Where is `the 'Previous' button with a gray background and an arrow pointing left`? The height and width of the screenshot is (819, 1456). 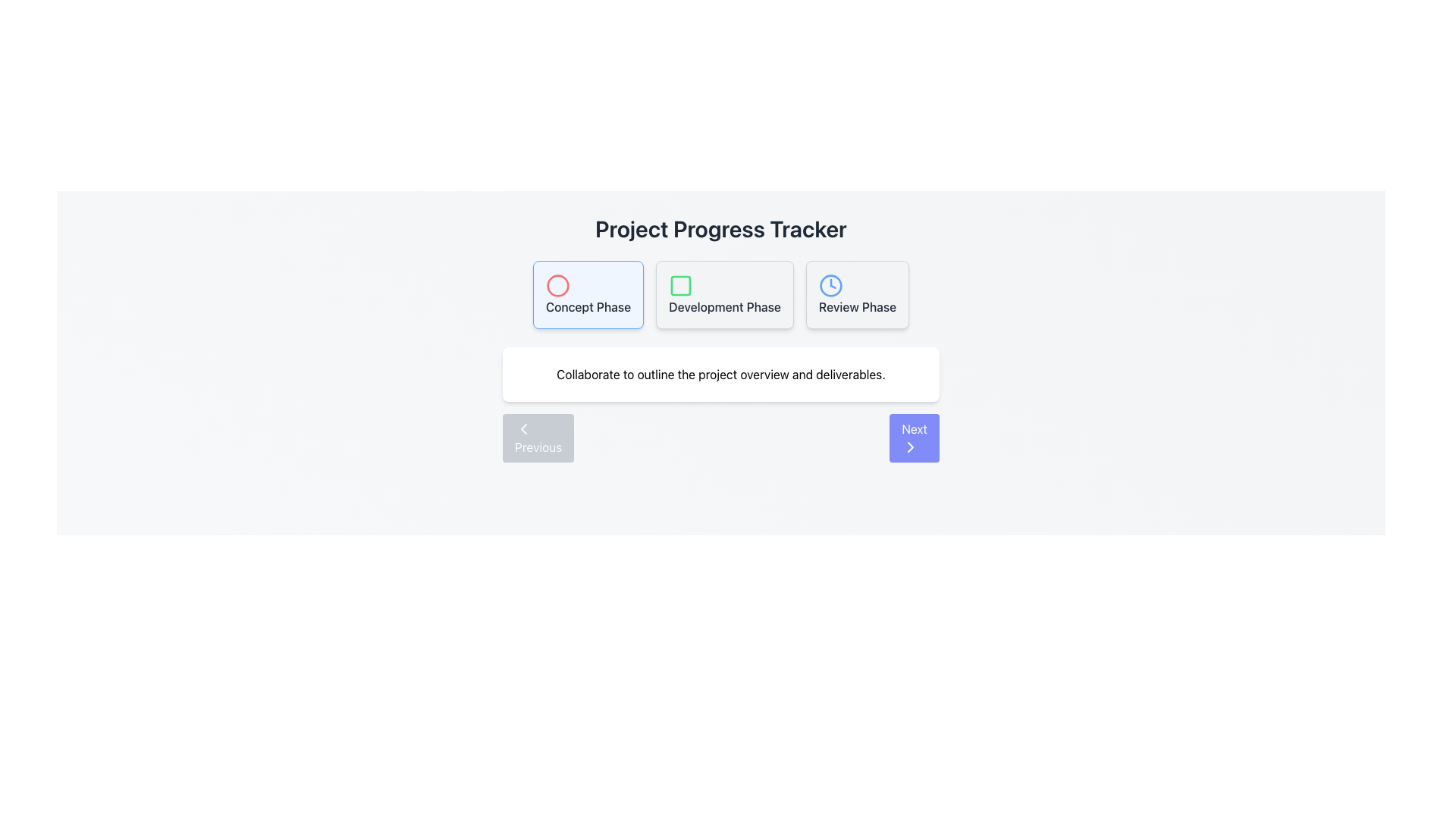 the 'Previous' button with a gray background and an arrow pointing left is located at coordinates (538, 438).